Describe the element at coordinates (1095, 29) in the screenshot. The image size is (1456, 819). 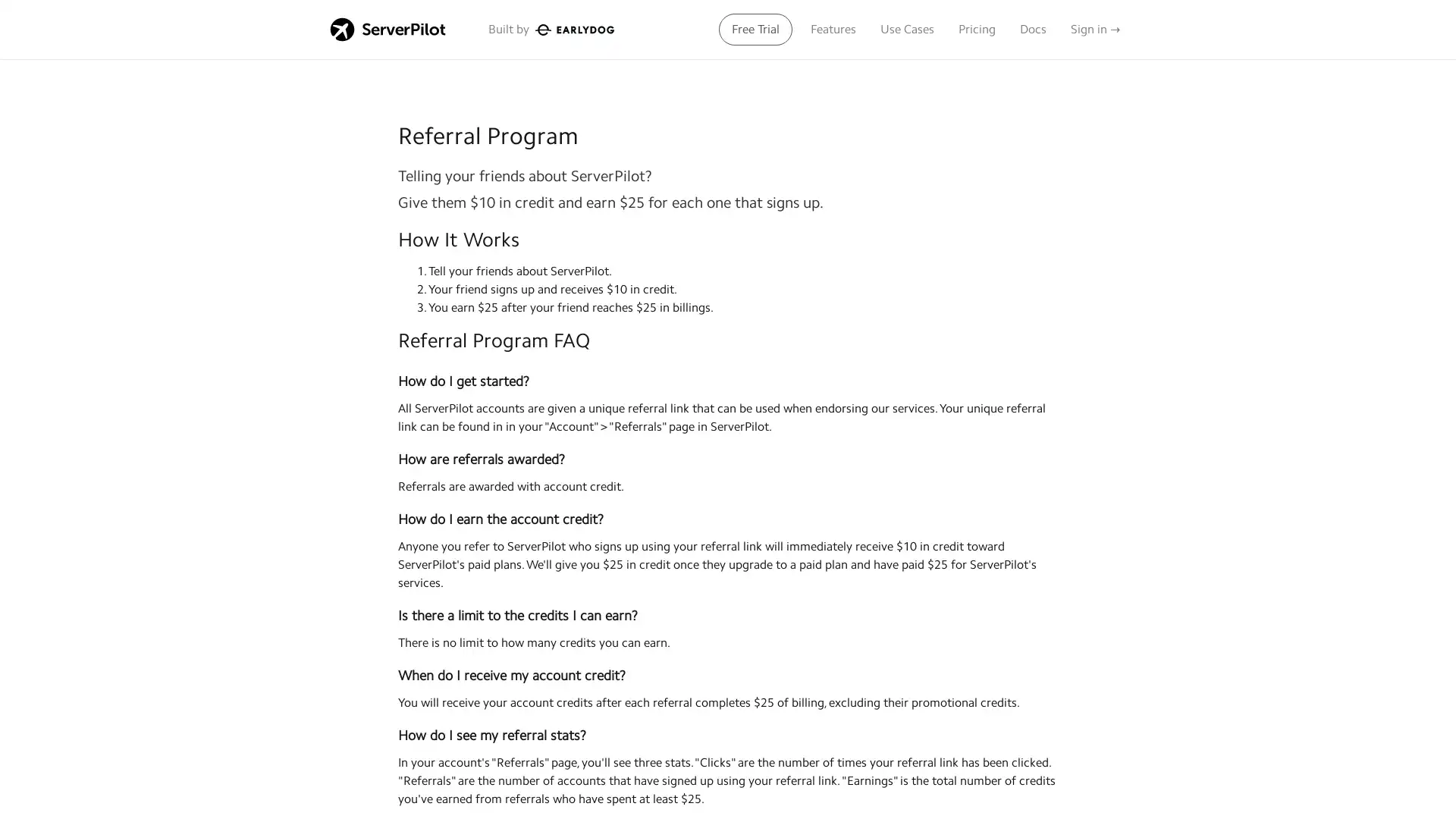
I see `Sign in` at that location.